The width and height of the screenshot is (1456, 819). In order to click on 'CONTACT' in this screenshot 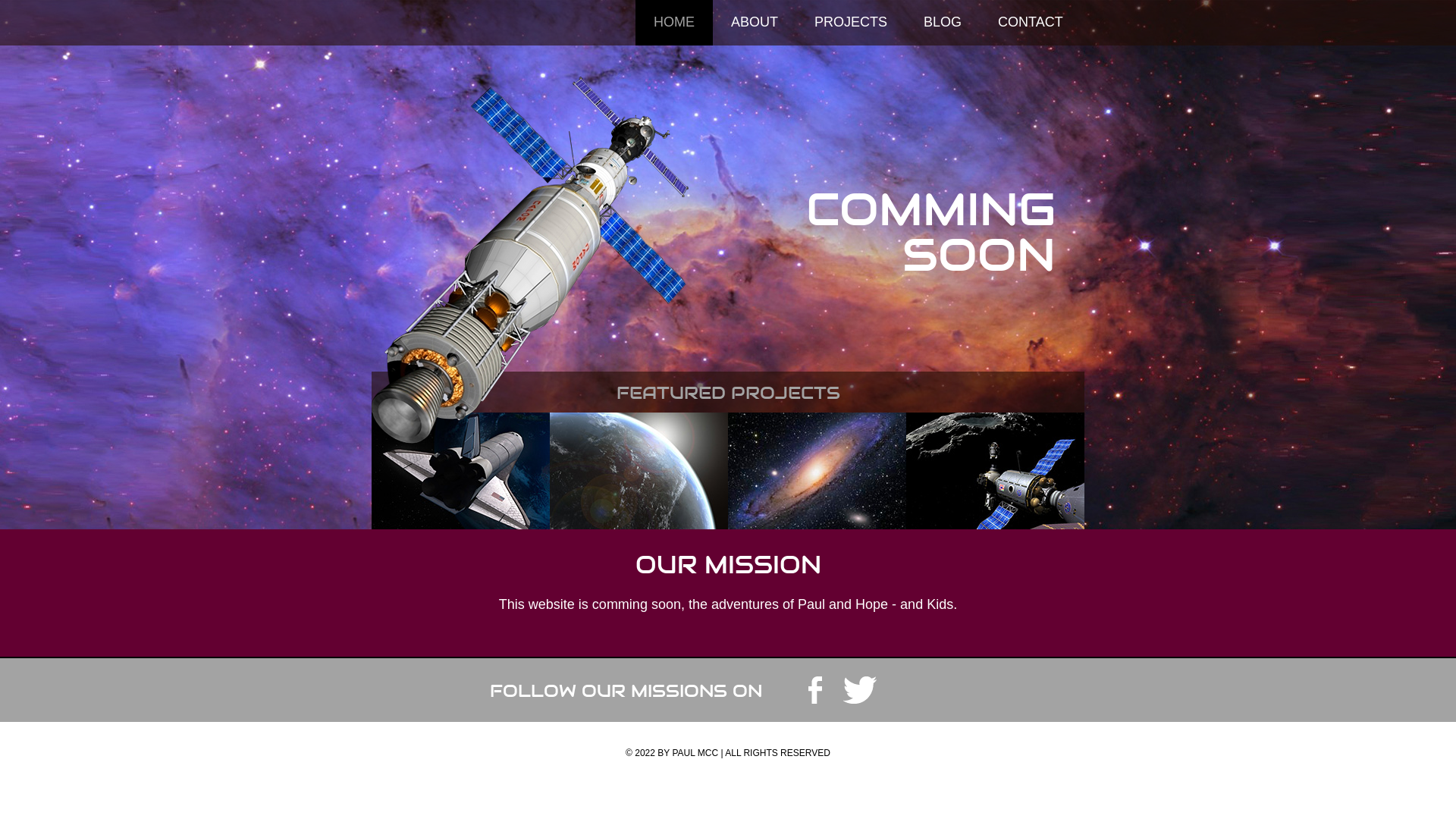, I will do `click(1030, 23)`.